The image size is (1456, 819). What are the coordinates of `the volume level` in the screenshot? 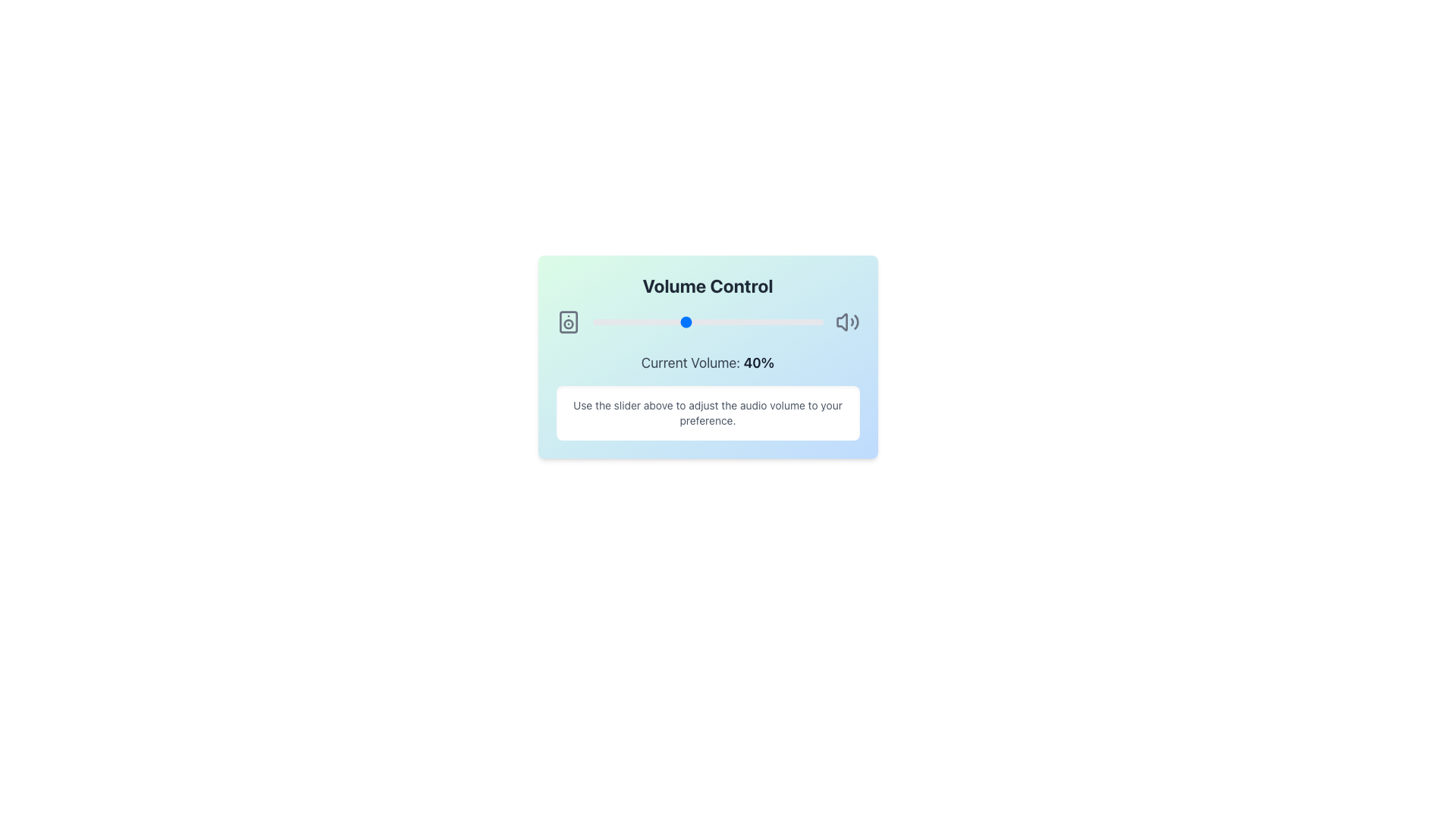 It's located at (799, 321).